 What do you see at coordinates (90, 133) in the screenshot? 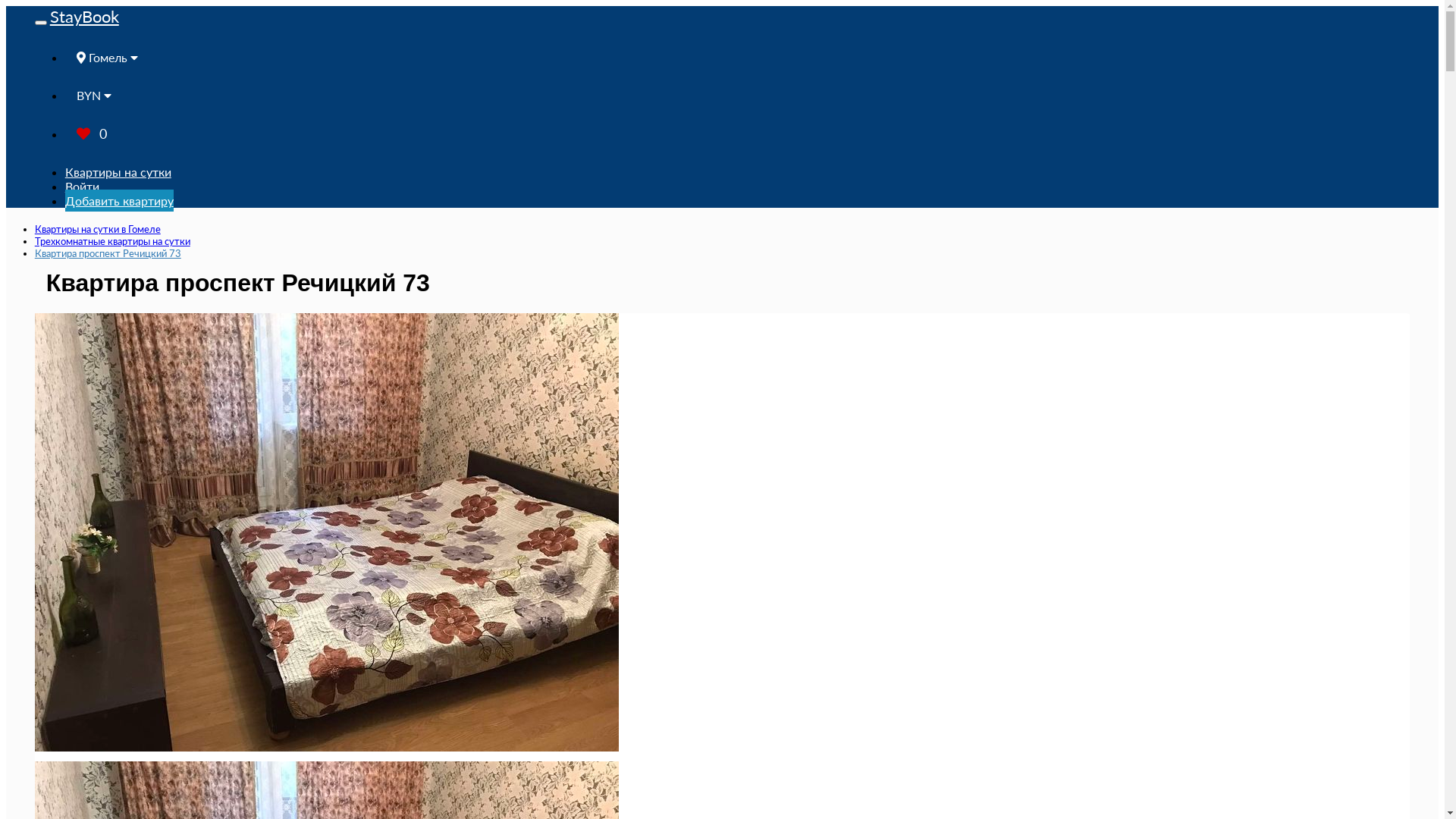
I see `'0'` at bounding box center [90, 133].